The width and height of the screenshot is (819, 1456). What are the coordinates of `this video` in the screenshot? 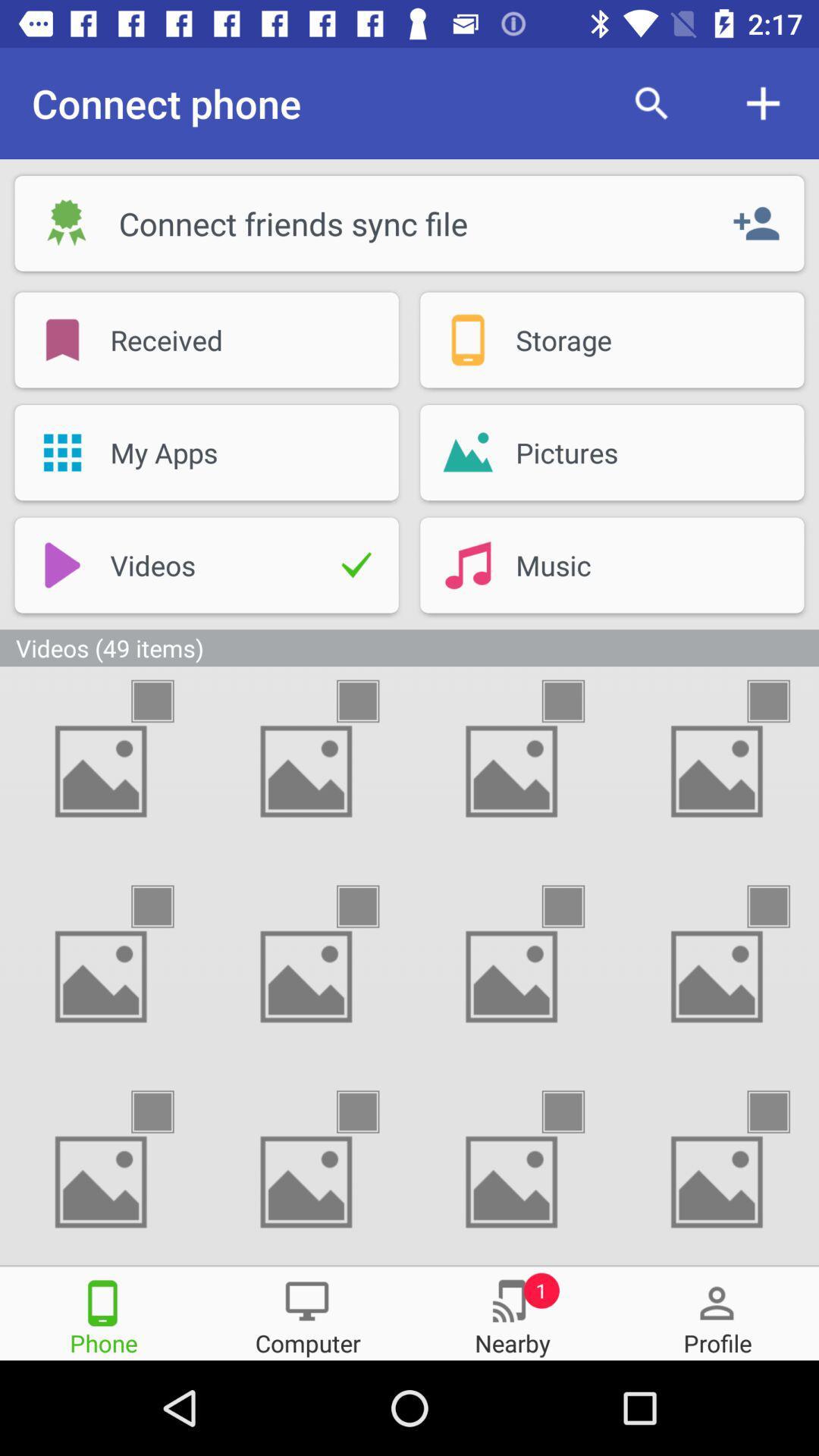 It's located at (576, 1112).